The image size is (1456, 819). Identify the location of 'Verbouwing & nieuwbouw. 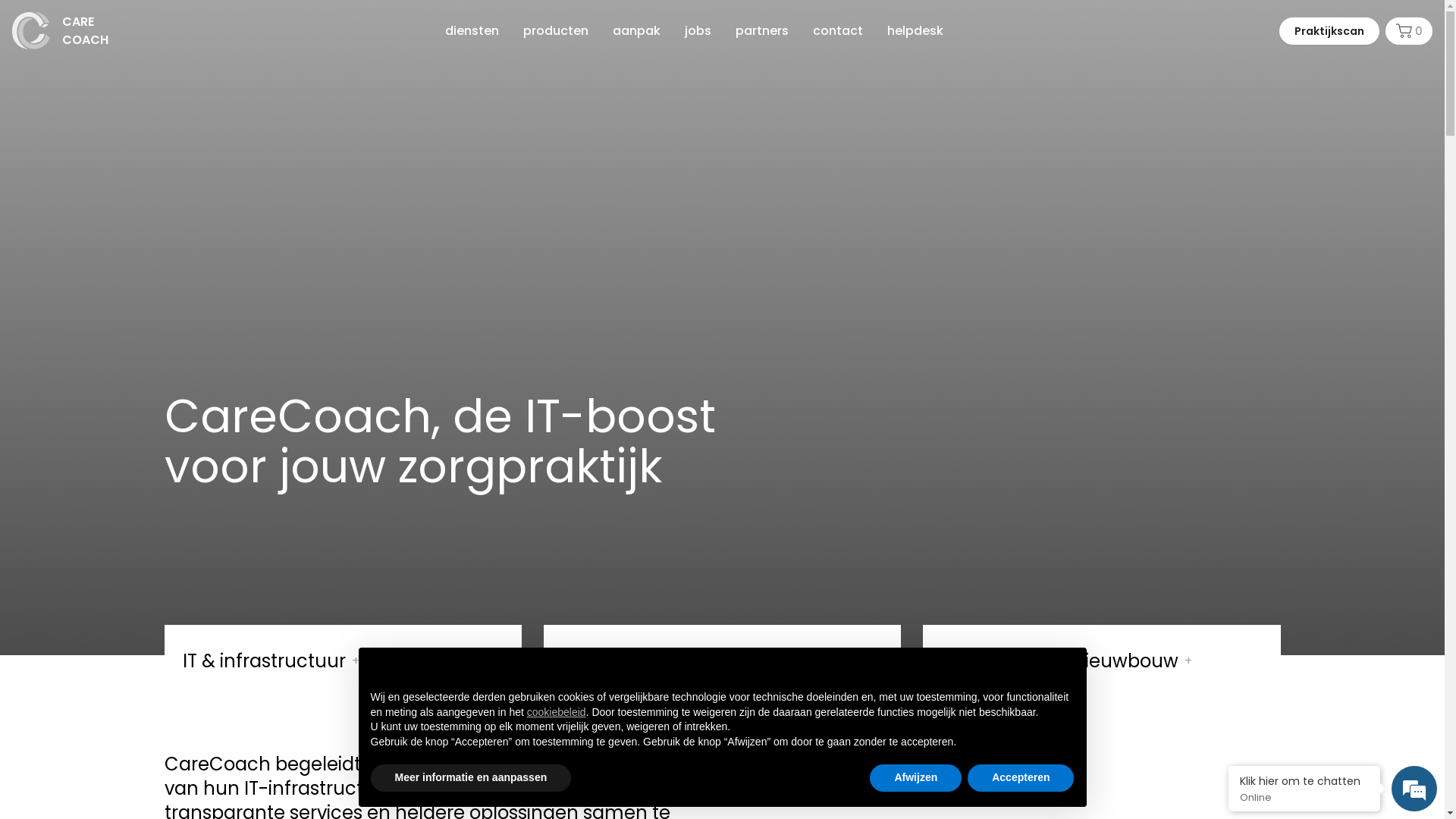
(1101, 657).